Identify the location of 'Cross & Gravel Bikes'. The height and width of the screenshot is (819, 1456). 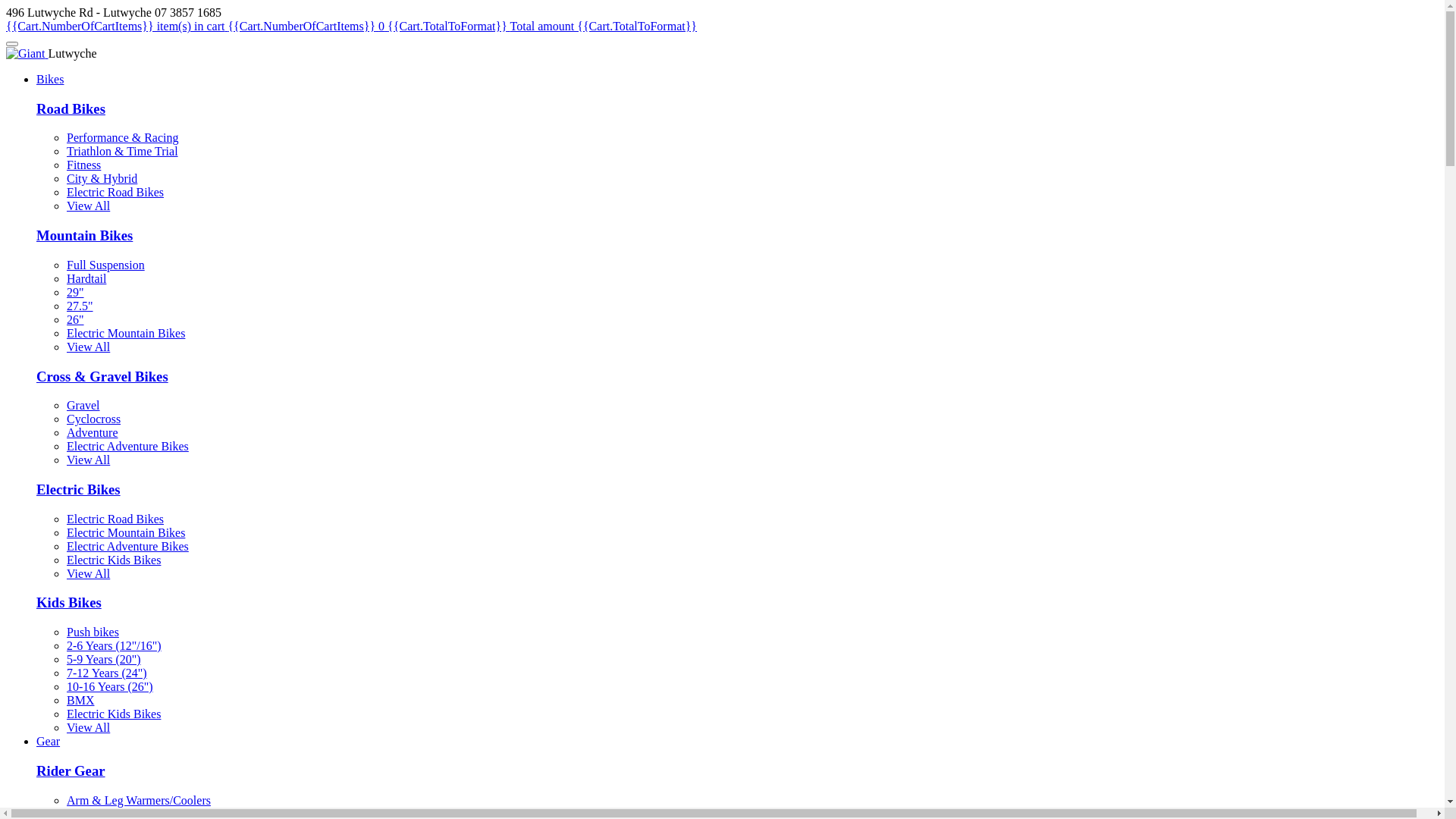
(36, 375).